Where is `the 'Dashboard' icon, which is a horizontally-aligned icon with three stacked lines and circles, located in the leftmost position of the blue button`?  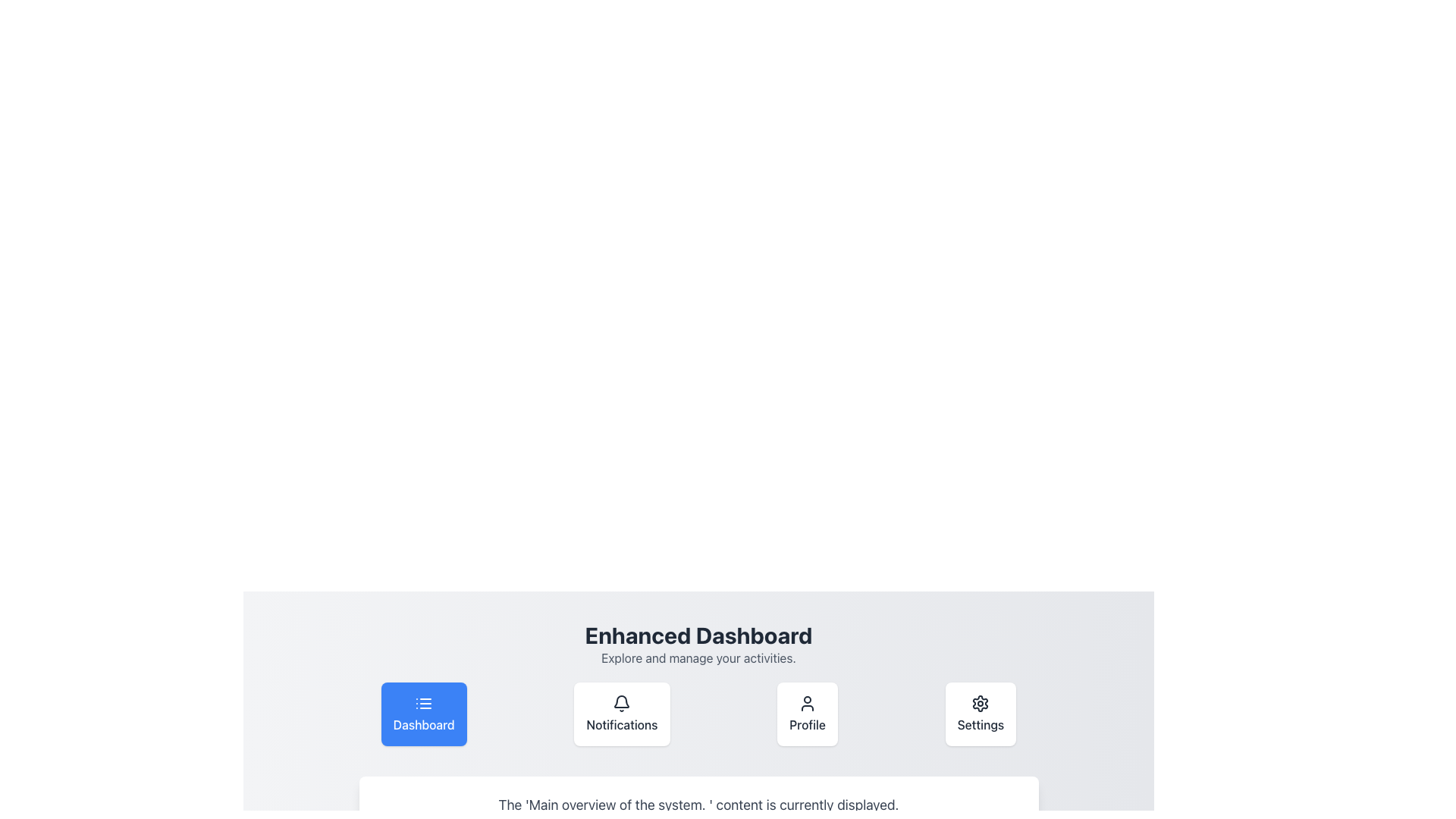 the 'Dashboard' icon, which is a horizontally-aligned icon with three stacked lines and circles, located in the leftmost position of the blue button is located at coordinates (424, 704).